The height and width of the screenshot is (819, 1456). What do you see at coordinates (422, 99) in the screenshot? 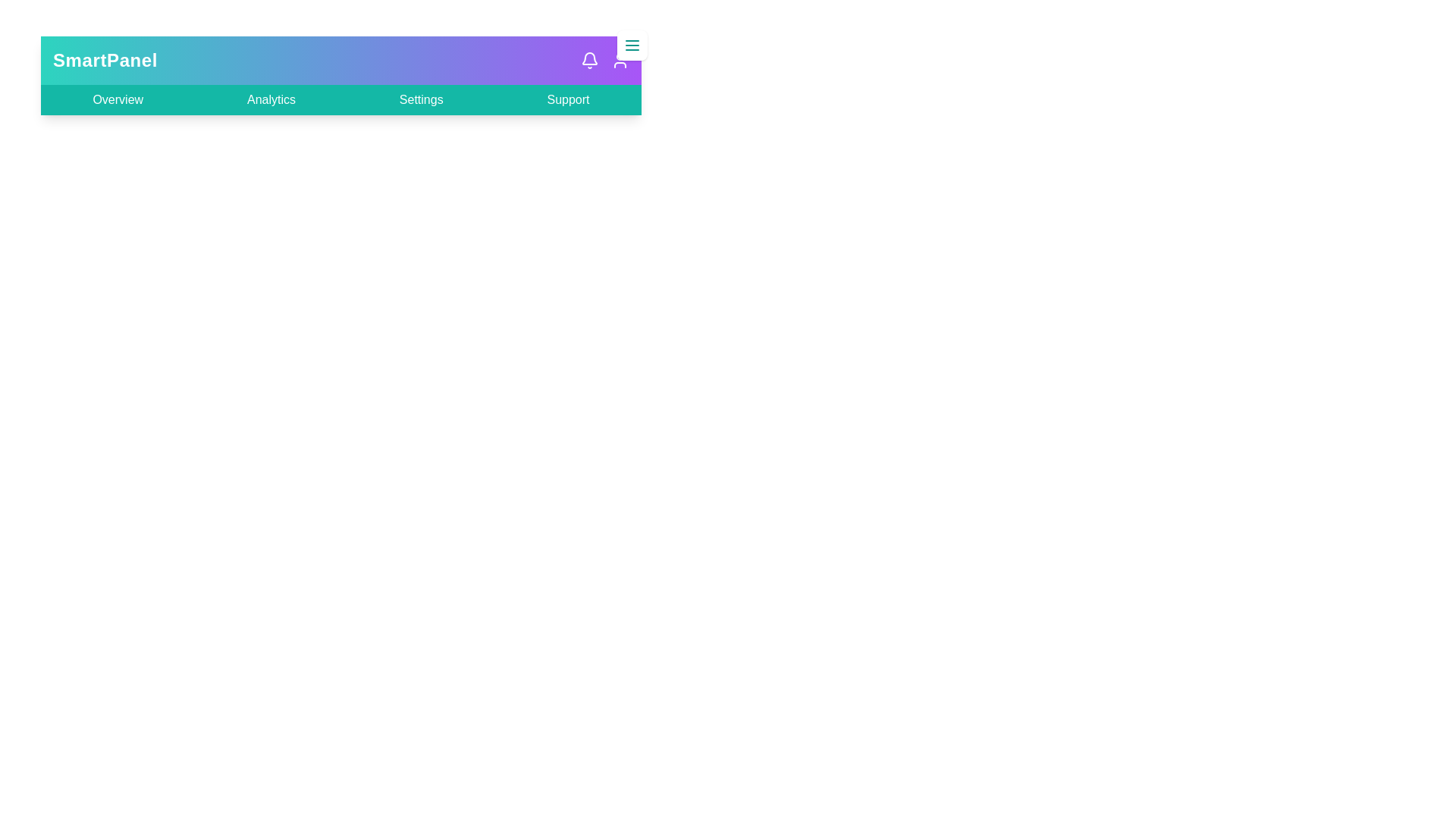
I see `the Settings link to navigate to the respective section` at bounding box center [422, 99].